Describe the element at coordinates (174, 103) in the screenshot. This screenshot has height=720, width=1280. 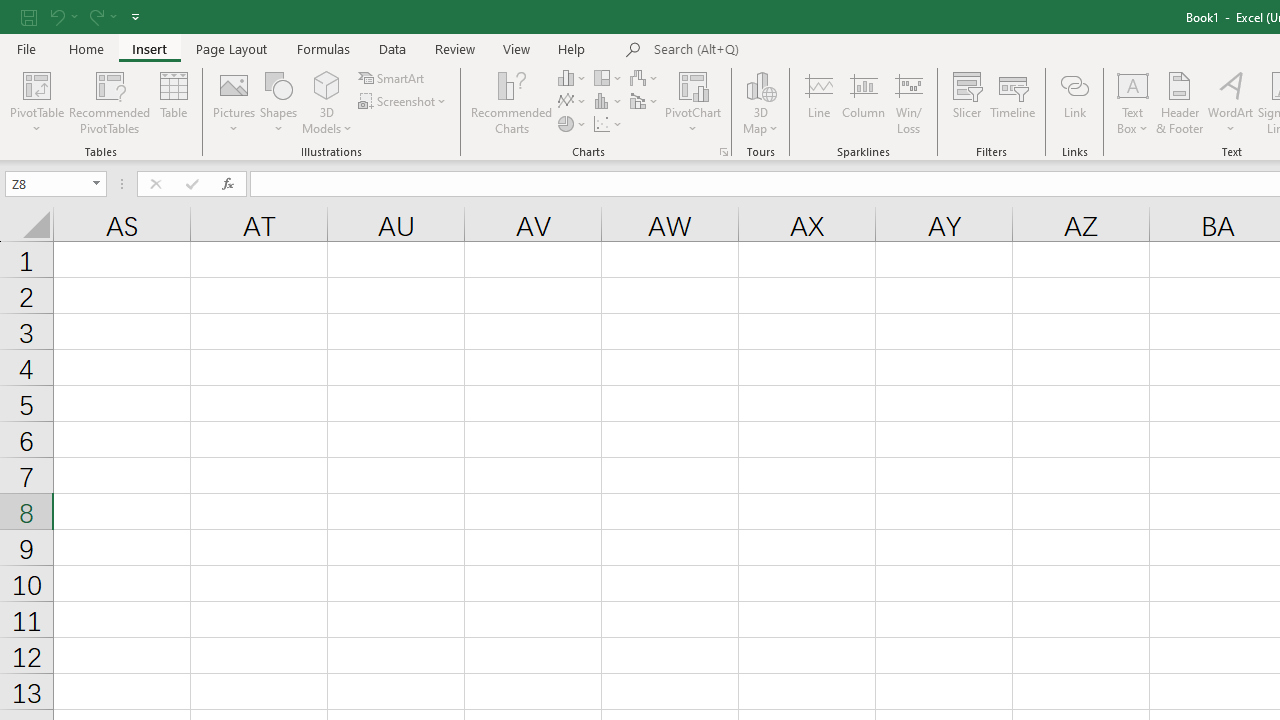
I see `'Table'` at that location.